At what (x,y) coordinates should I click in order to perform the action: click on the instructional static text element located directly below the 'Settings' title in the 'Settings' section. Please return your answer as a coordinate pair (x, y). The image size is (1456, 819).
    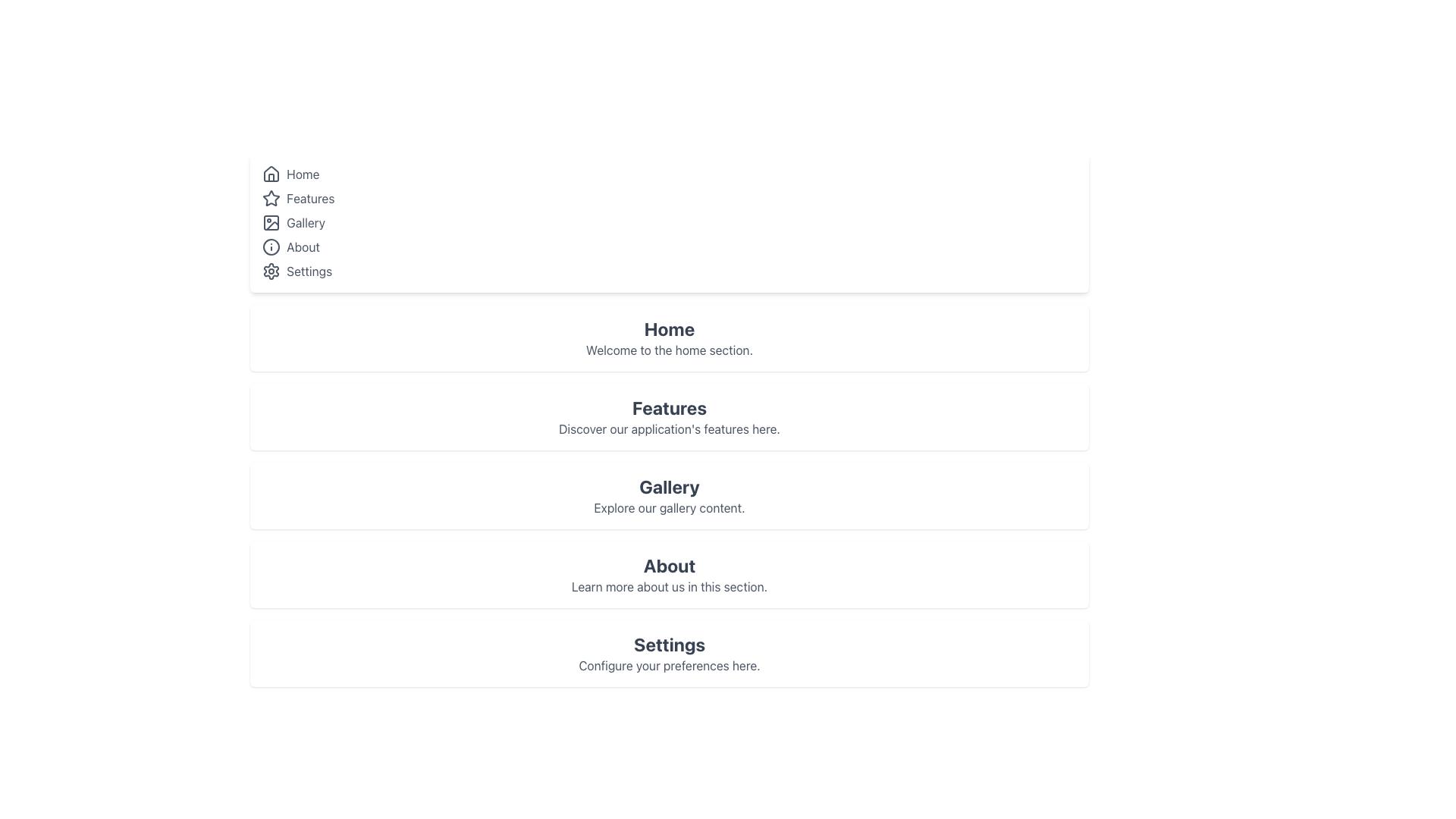
    Looking at the image, I should click on (669, 665).